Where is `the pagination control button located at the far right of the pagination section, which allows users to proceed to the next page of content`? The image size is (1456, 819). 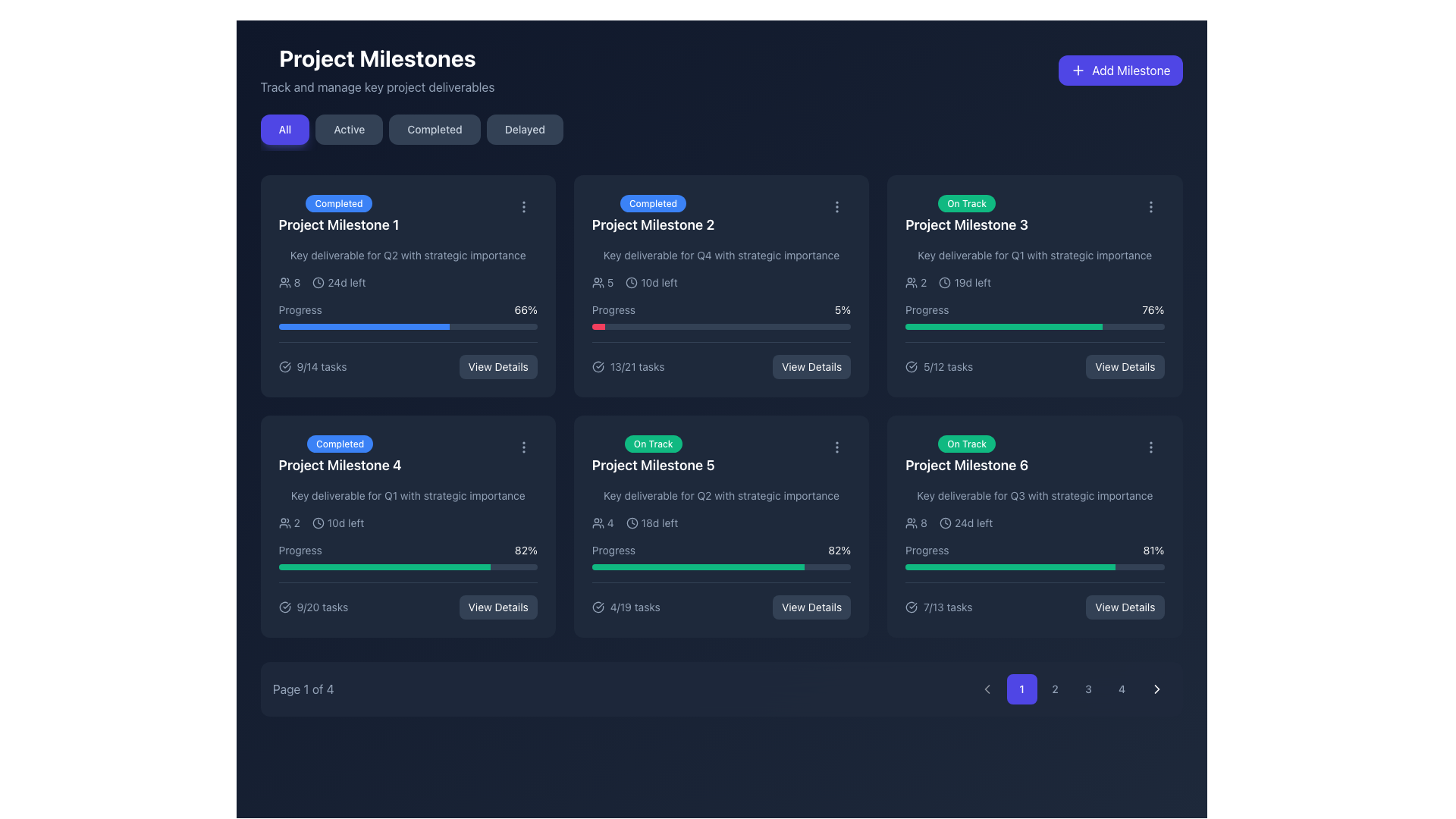
the pagination control button located at the far right of the pagination section, which allows users to proceed to the next page of content is located at coordinates (1156, 689).